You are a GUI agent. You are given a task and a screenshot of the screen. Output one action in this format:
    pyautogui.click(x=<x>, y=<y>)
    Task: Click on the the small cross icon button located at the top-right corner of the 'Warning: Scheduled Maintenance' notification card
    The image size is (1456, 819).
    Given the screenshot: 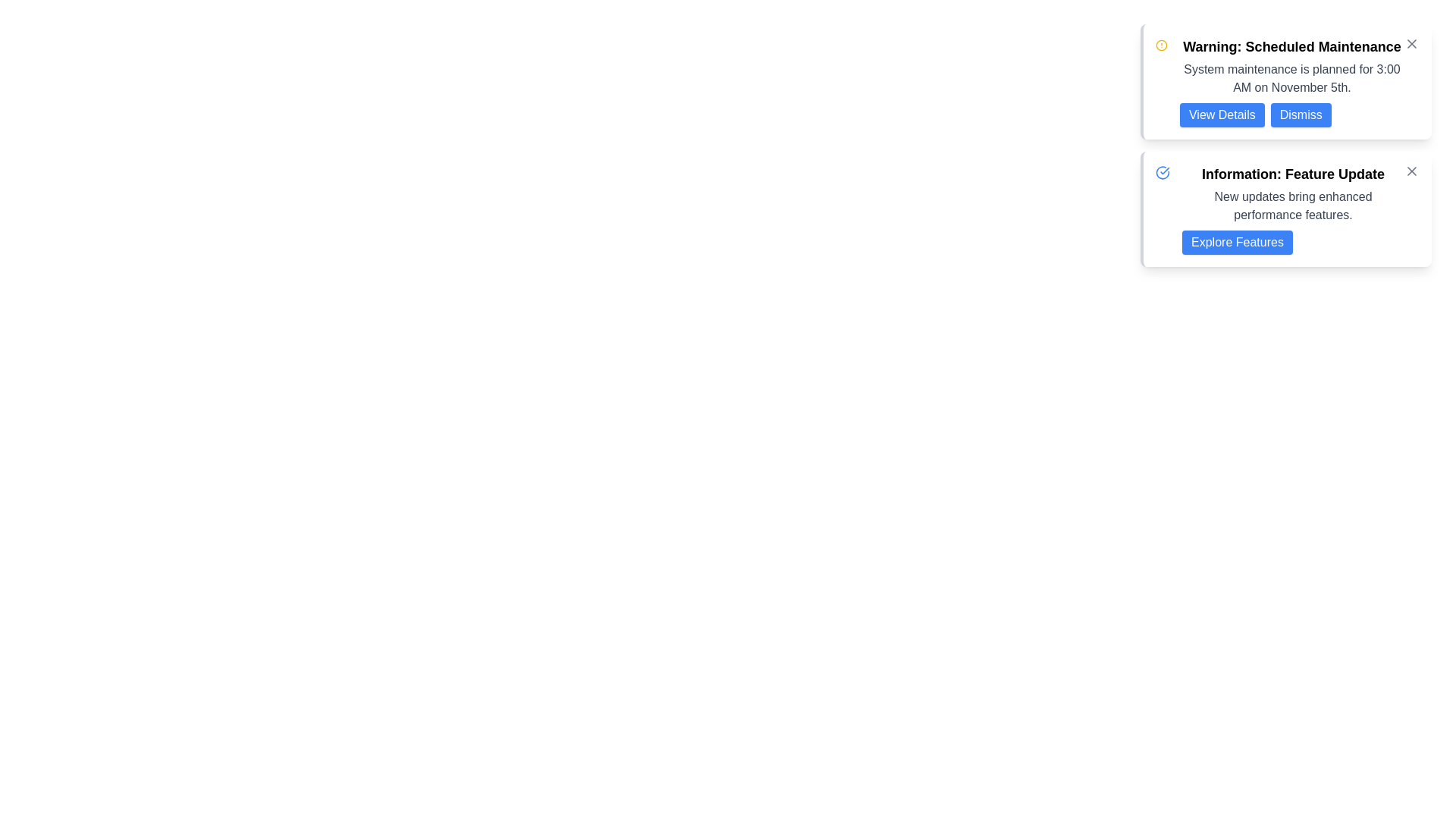 What is the action you would take?
    pyautogui.click(x=1411, y=42)
    